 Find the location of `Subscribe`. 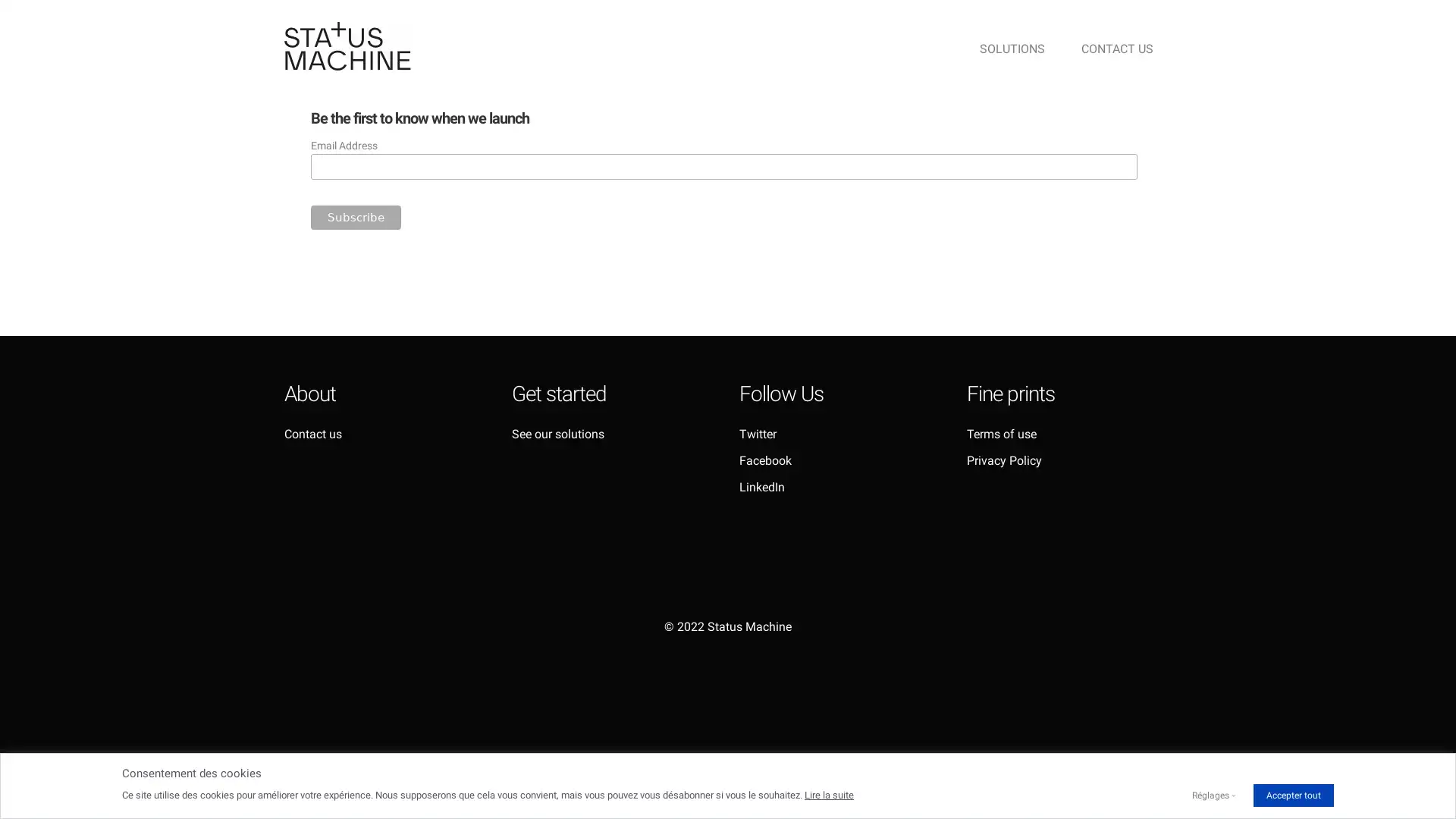

Subscribe is located at coordinates (355, 216).